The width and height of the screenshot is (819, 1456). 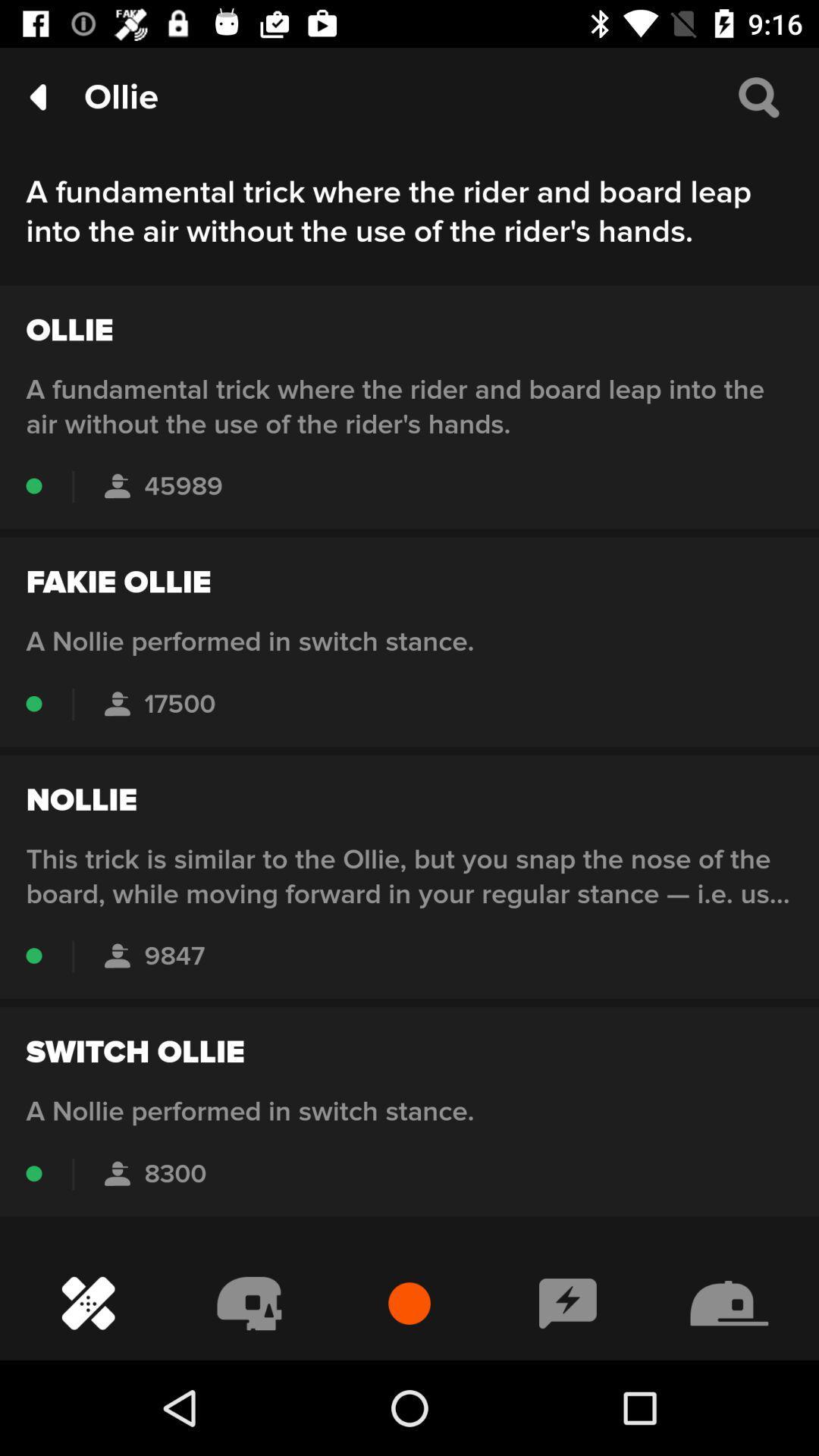 What do you see at coordinates (37, 96) in the screenshot?
I see `the arrow_backward icon` at bounding box center [37, 96].